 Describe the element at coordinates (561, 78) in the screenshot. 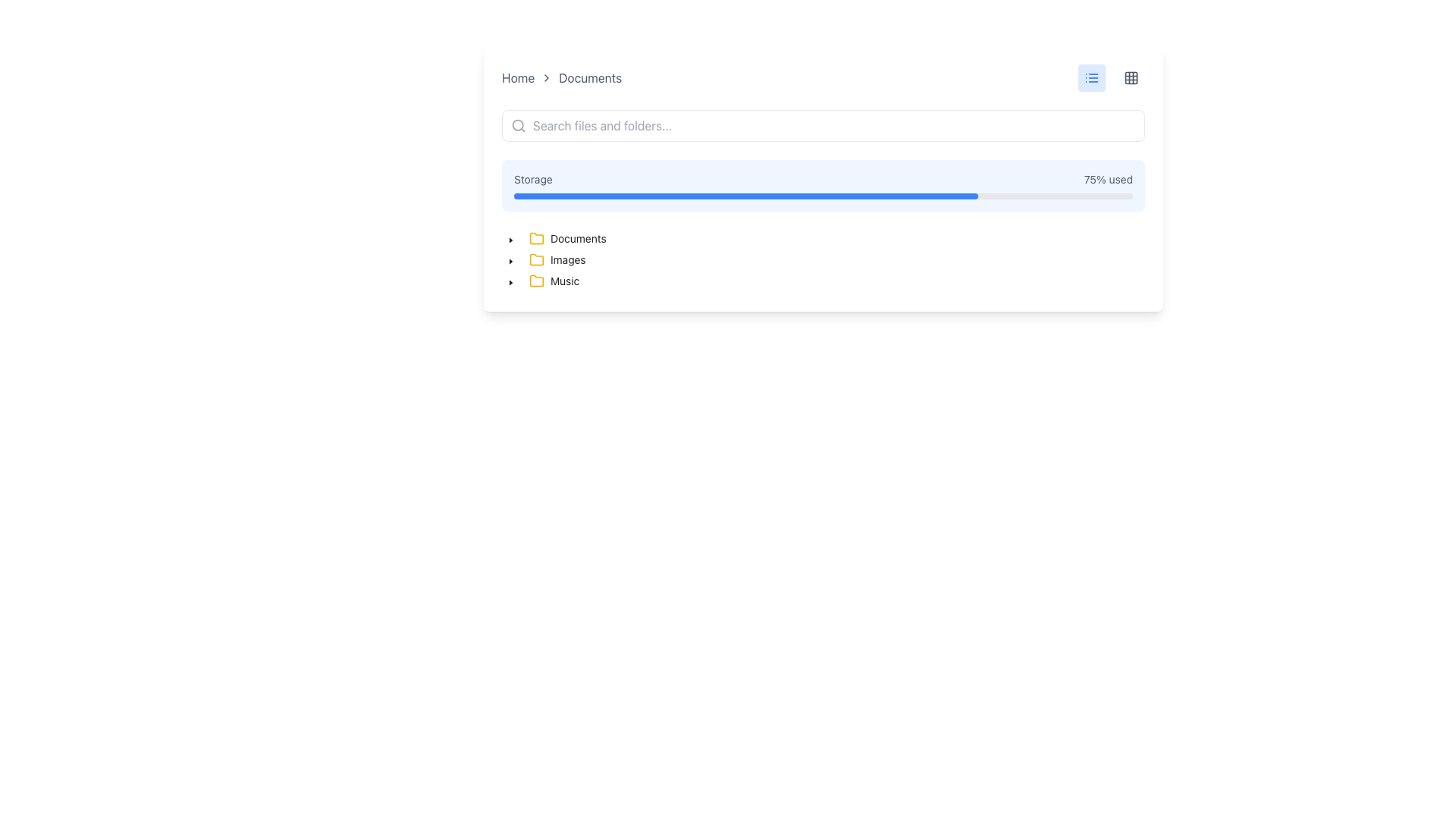

I see `the Breadcrumb navigation component consisting of 'Home' and 'Documents' text with a right chevron icon, positioned at the top-left corner of the interface` at that location.